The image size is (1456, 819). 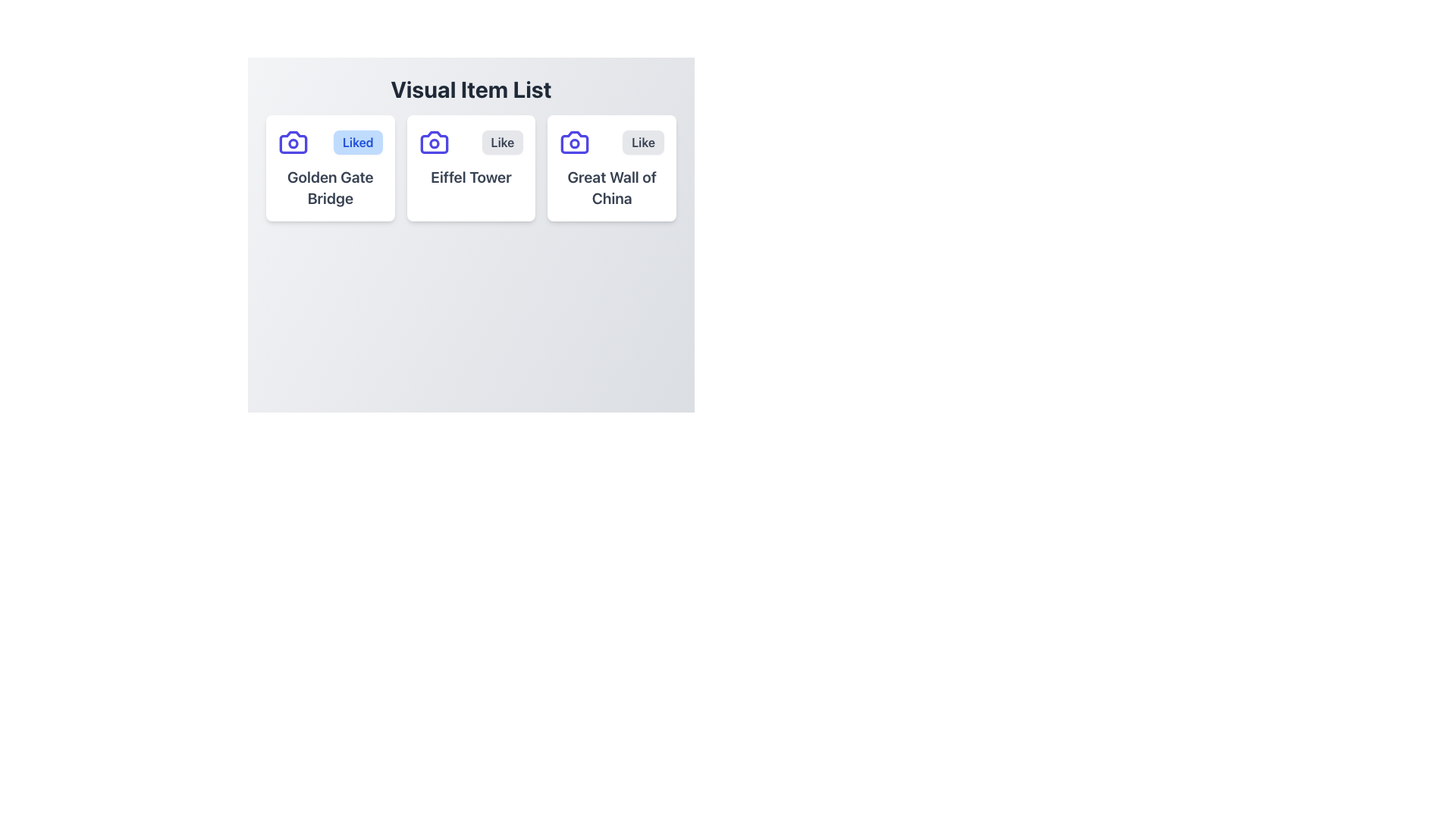 I want to click on the 'Like' button with a light gray background and bold dark gray text located in the second column under the 'Eiffel Tower' section, so click(x=502, y=143).